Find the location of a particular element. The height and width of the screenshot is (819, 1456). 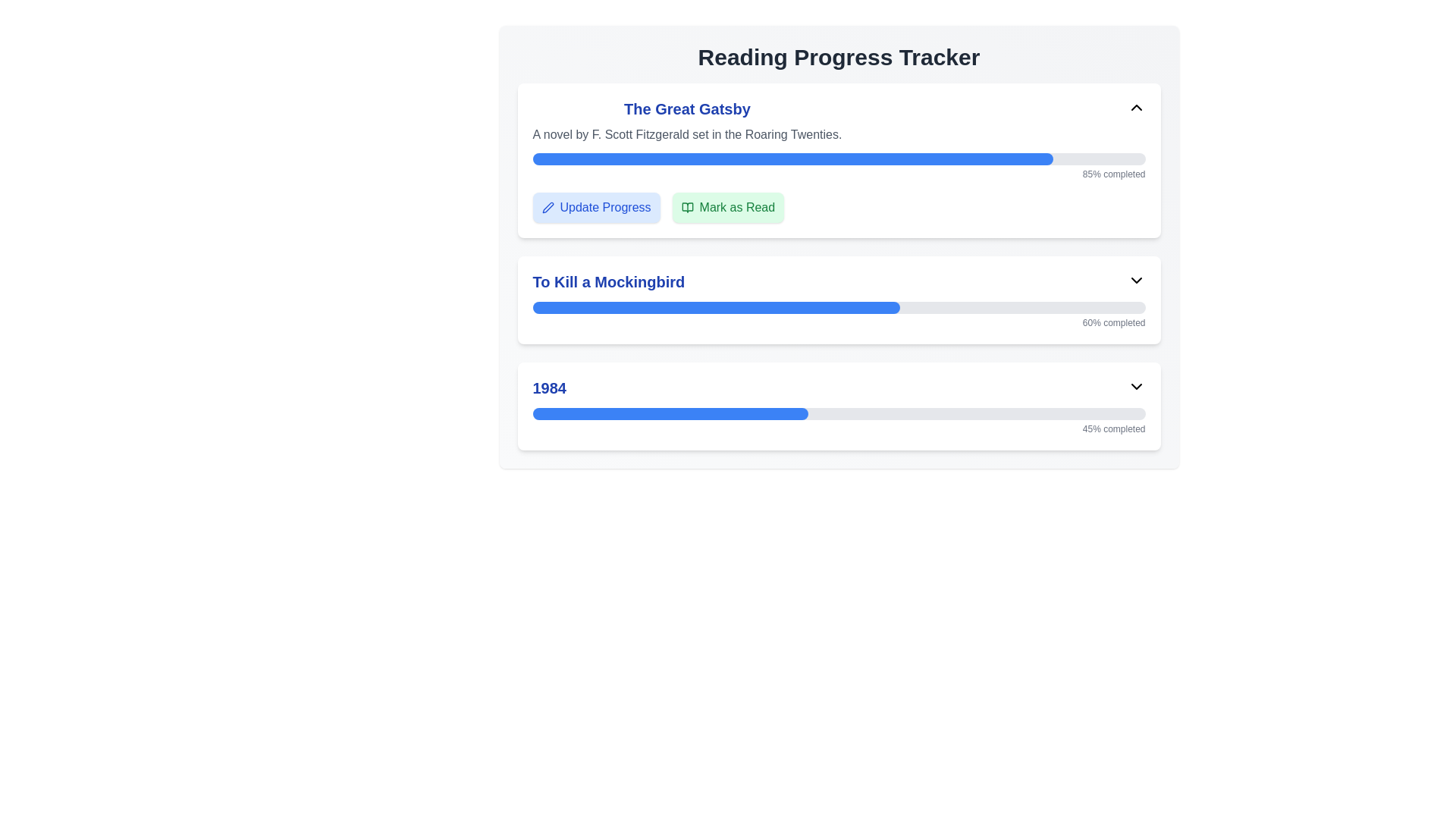

the decorative icon that marks a reading item as read, located to the right of the 'Update Progress' button under the progress bar for 'The Great Gatsby.' is located at coordinates (686, 207).